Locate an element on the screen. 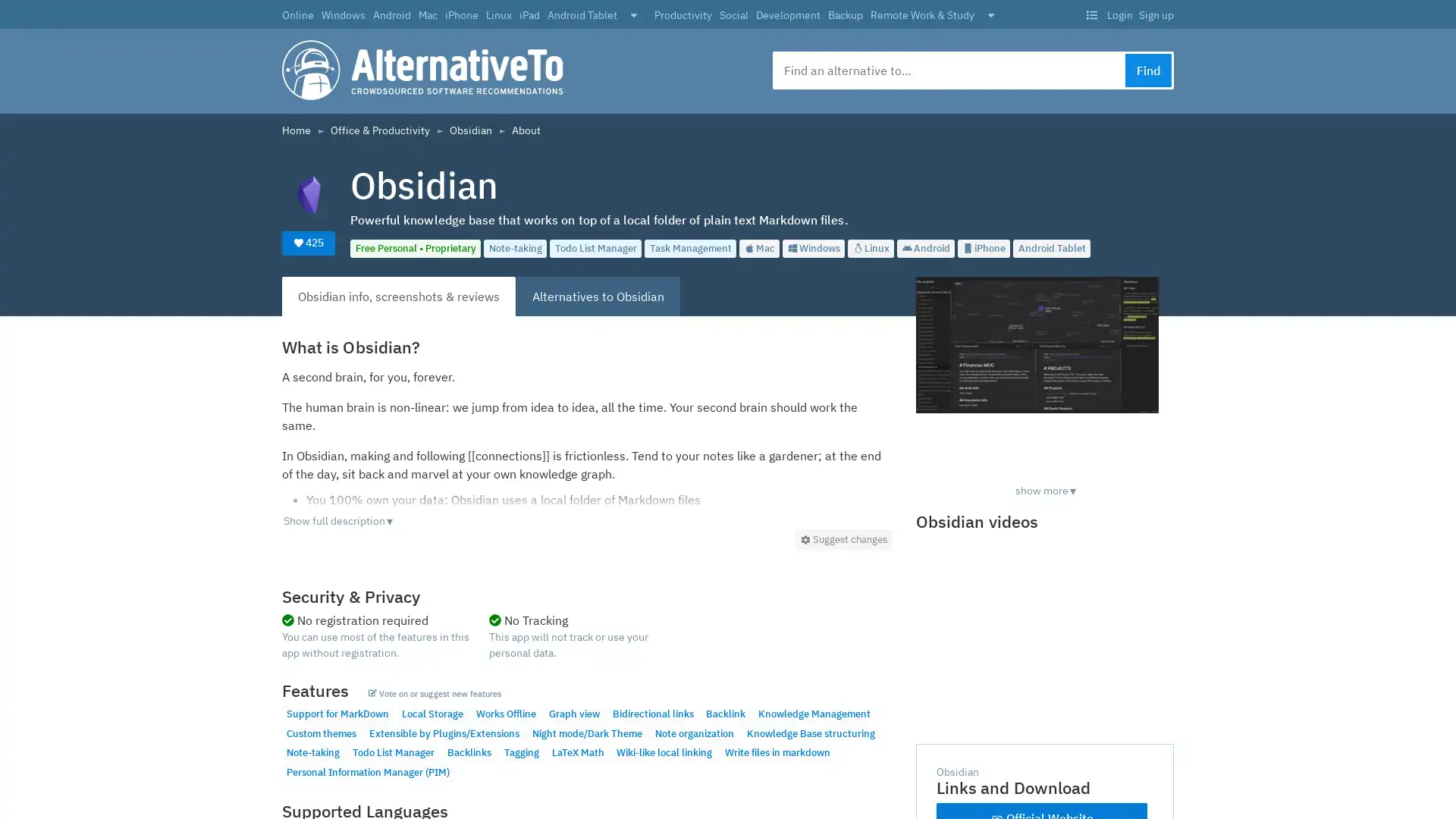 This screenshot has width=1456, height=819. Show Custom Lists is located at coordinates (1090, 15).